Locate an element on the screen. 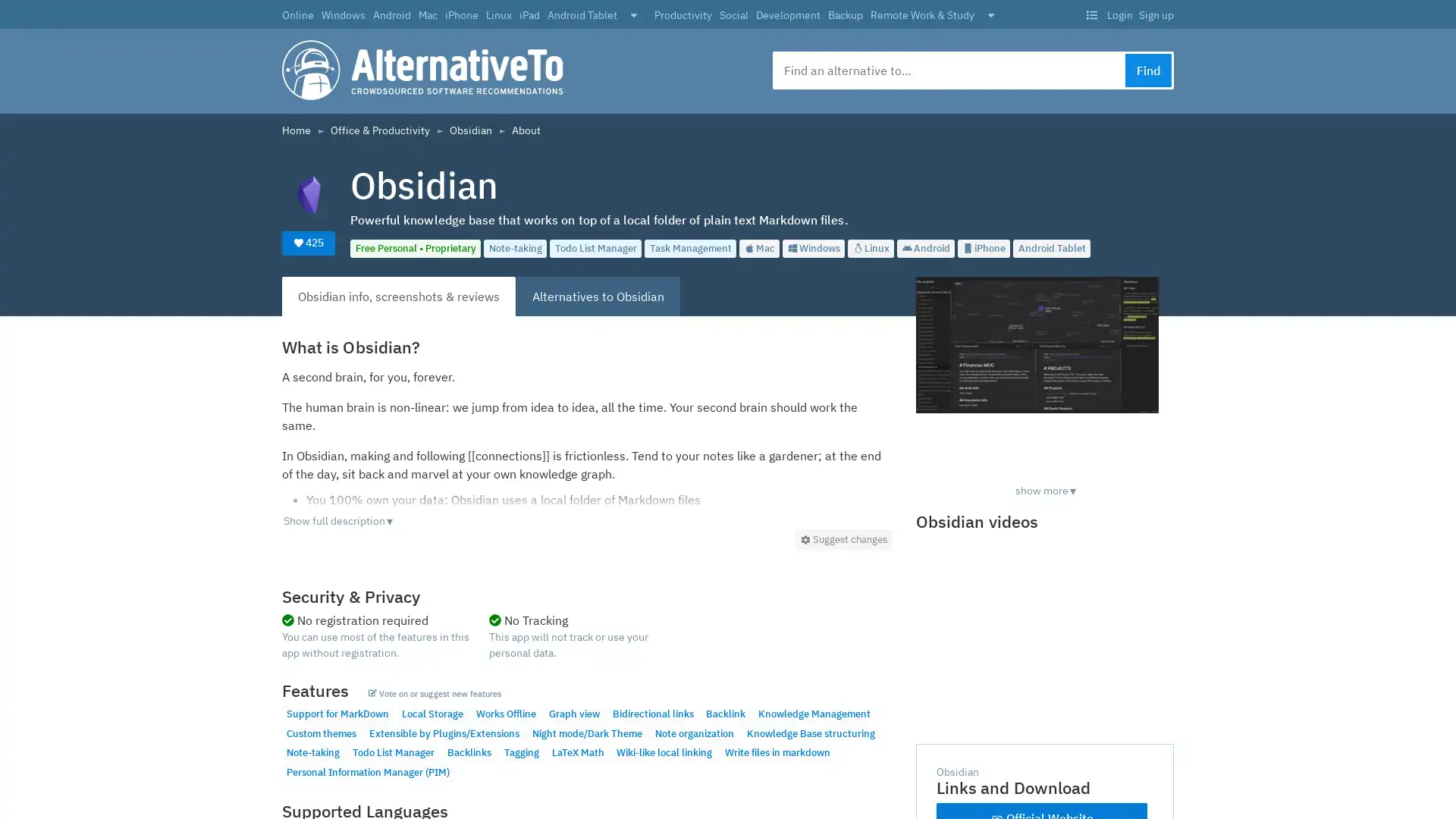 This screenshot has width=1456, height=819. Show Custom Lists is located at coordinates (1090, 15).